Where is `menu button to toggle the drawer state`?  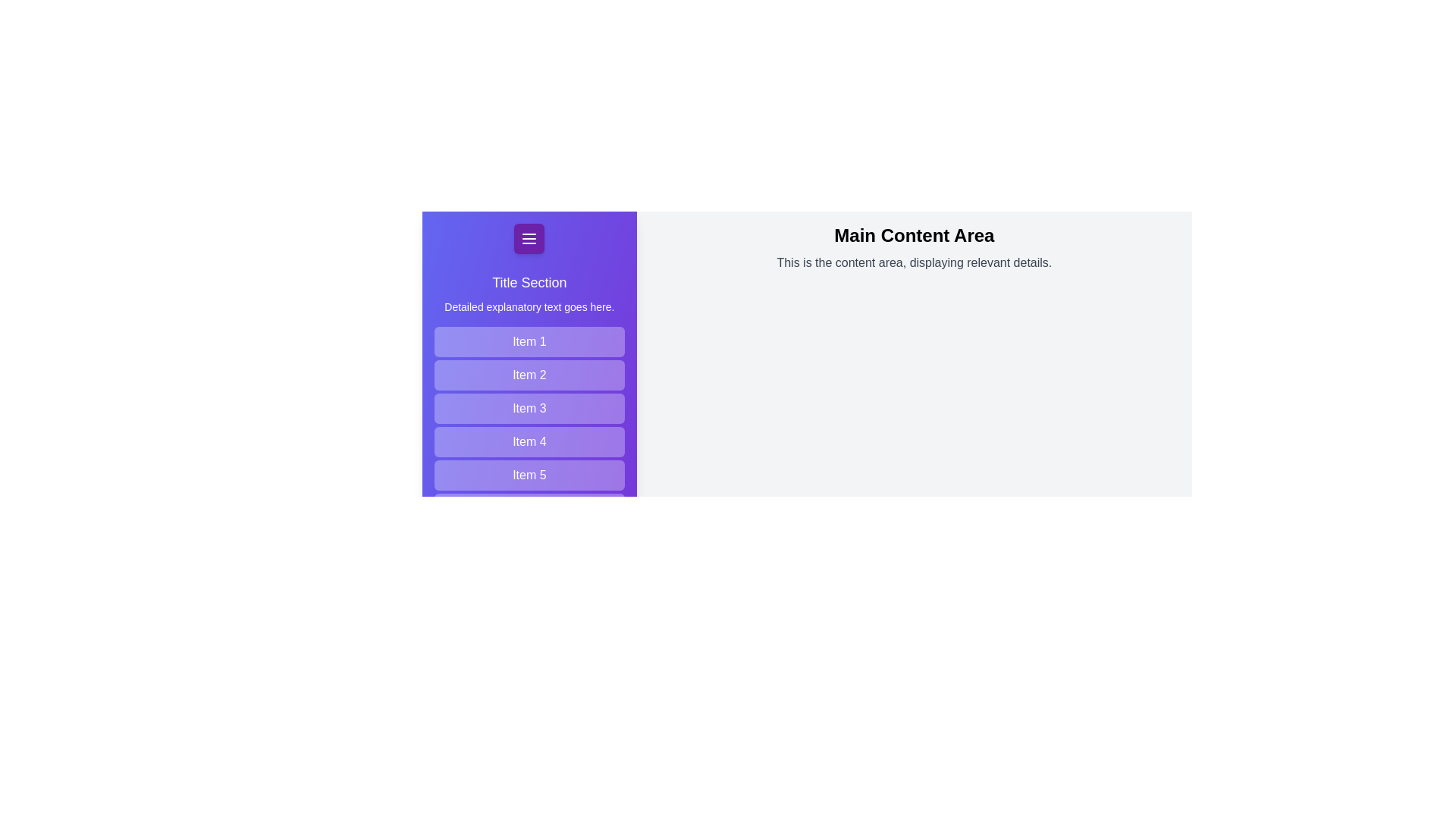 menu button to toggle the drawer state is located at coordinates (529, 239).